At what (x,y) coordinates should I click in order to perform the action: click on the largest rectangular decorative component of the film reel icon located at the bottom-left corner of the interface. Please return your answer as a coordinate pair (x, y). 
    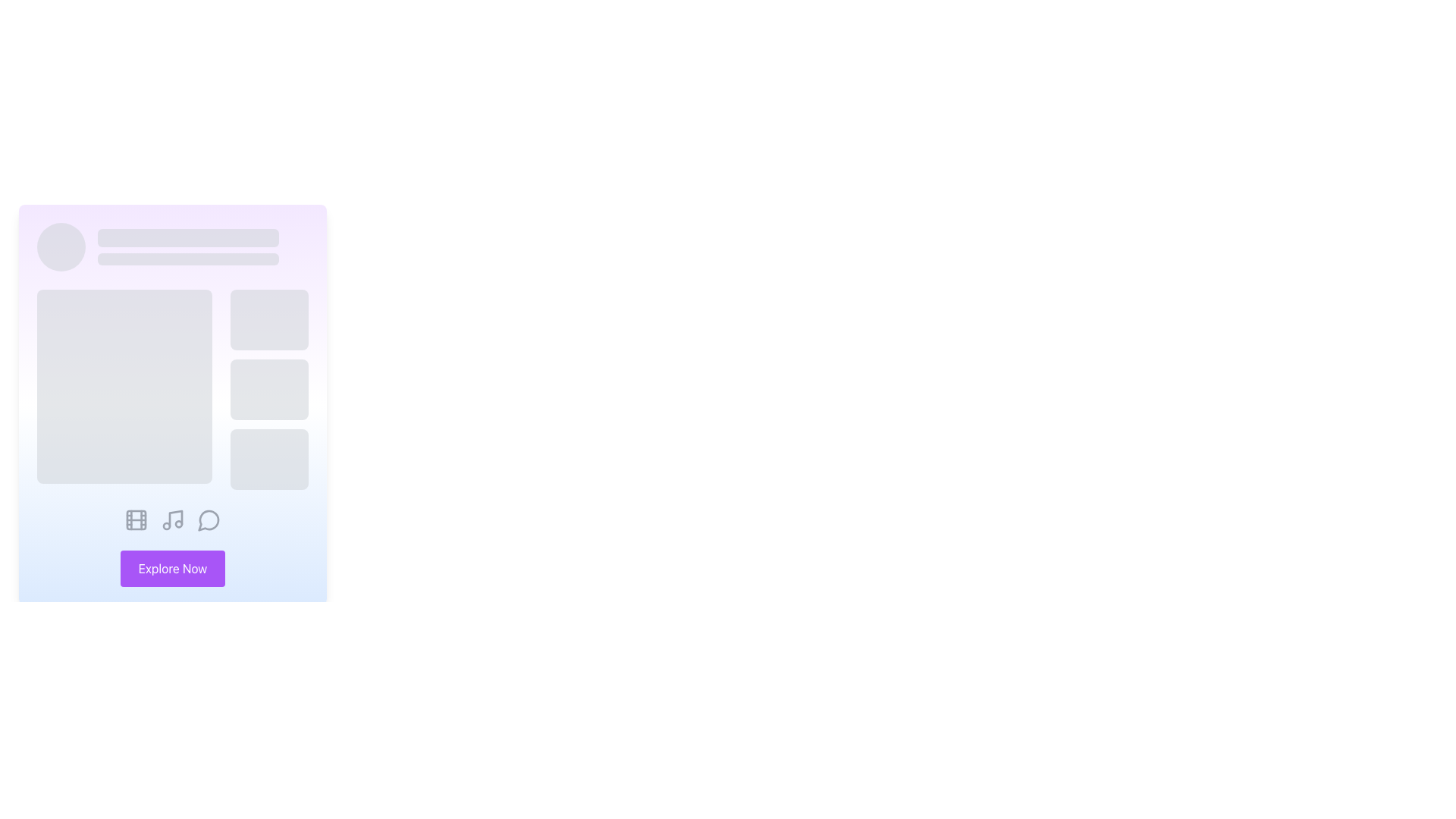
    Looking at the image, I should click on (136, 519).